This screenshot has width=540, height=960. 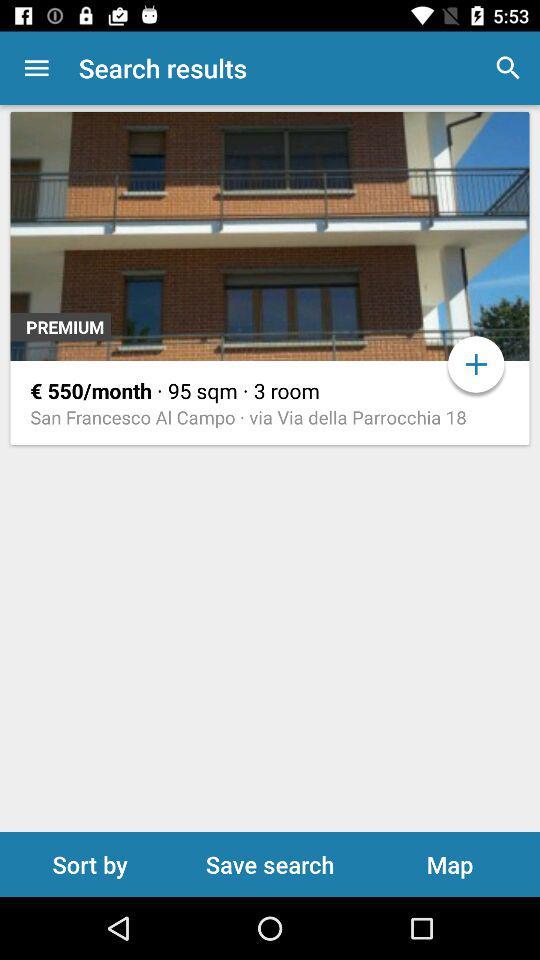 I want to click on the item next to the search results item, so click(x=36, y=68).